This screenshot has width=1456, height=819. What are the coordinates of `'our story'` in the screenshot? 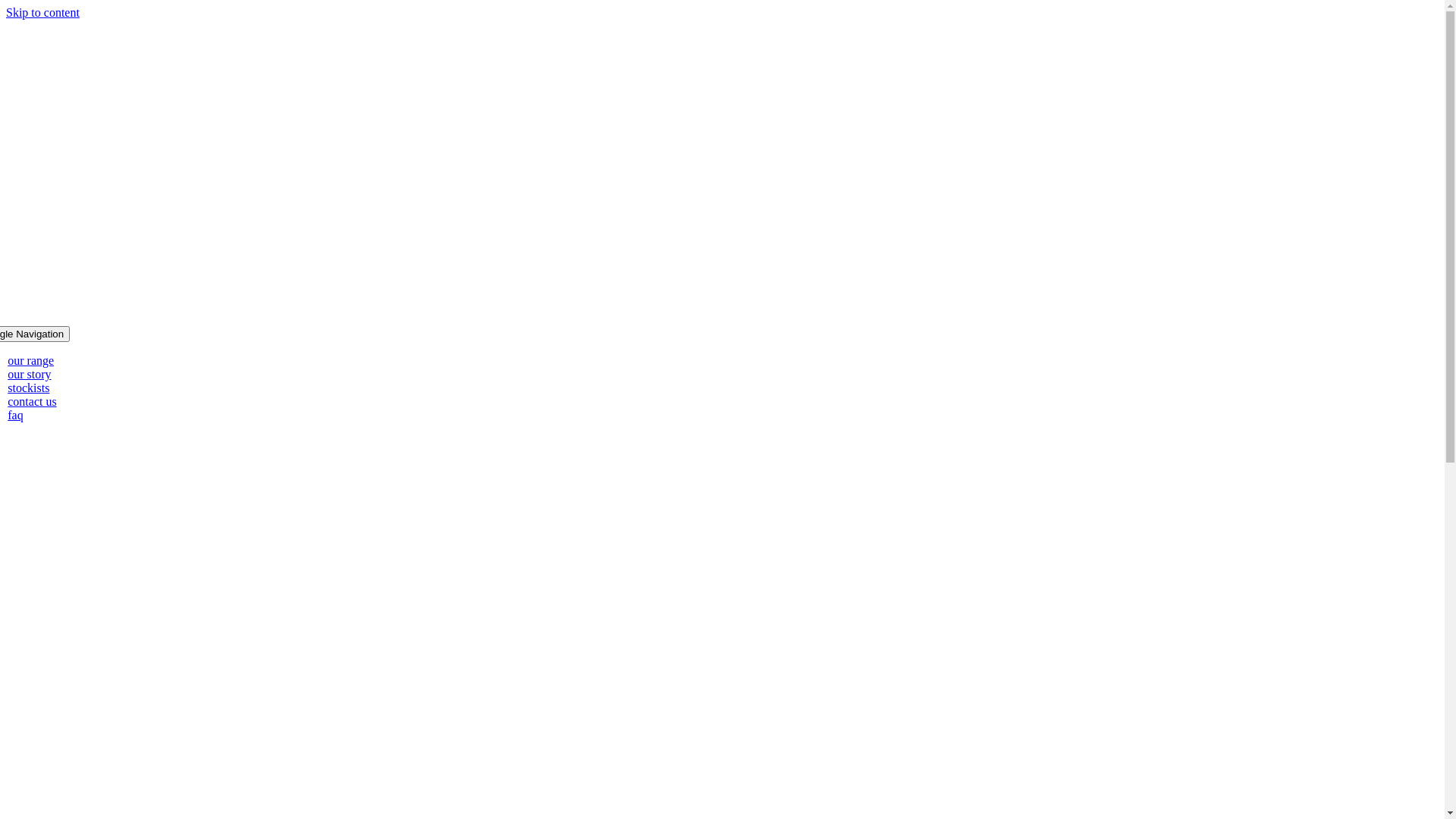 It's located at (29, 374).